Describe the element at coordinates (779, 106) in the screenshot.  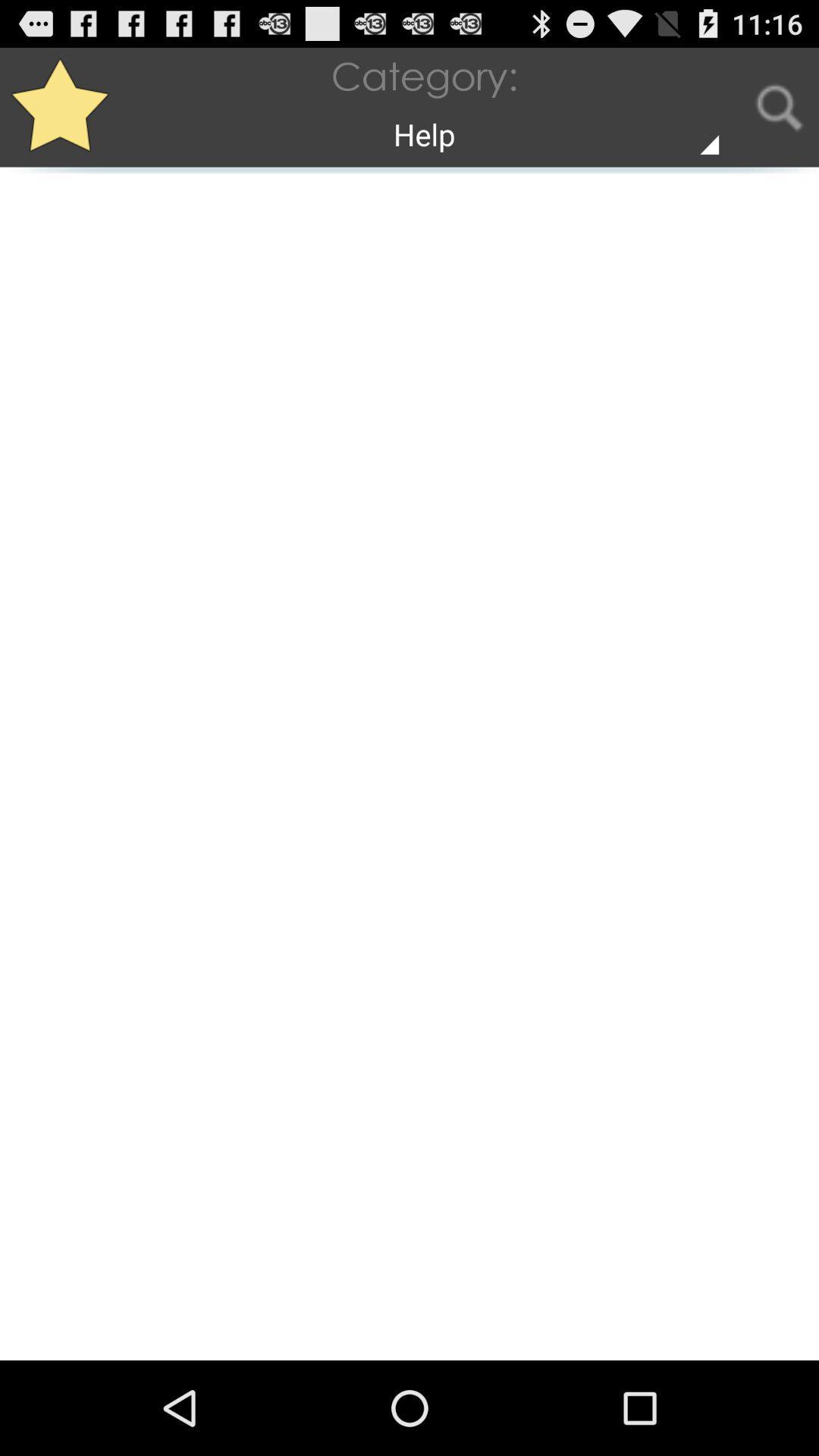
I see `search for phrases` at that location.